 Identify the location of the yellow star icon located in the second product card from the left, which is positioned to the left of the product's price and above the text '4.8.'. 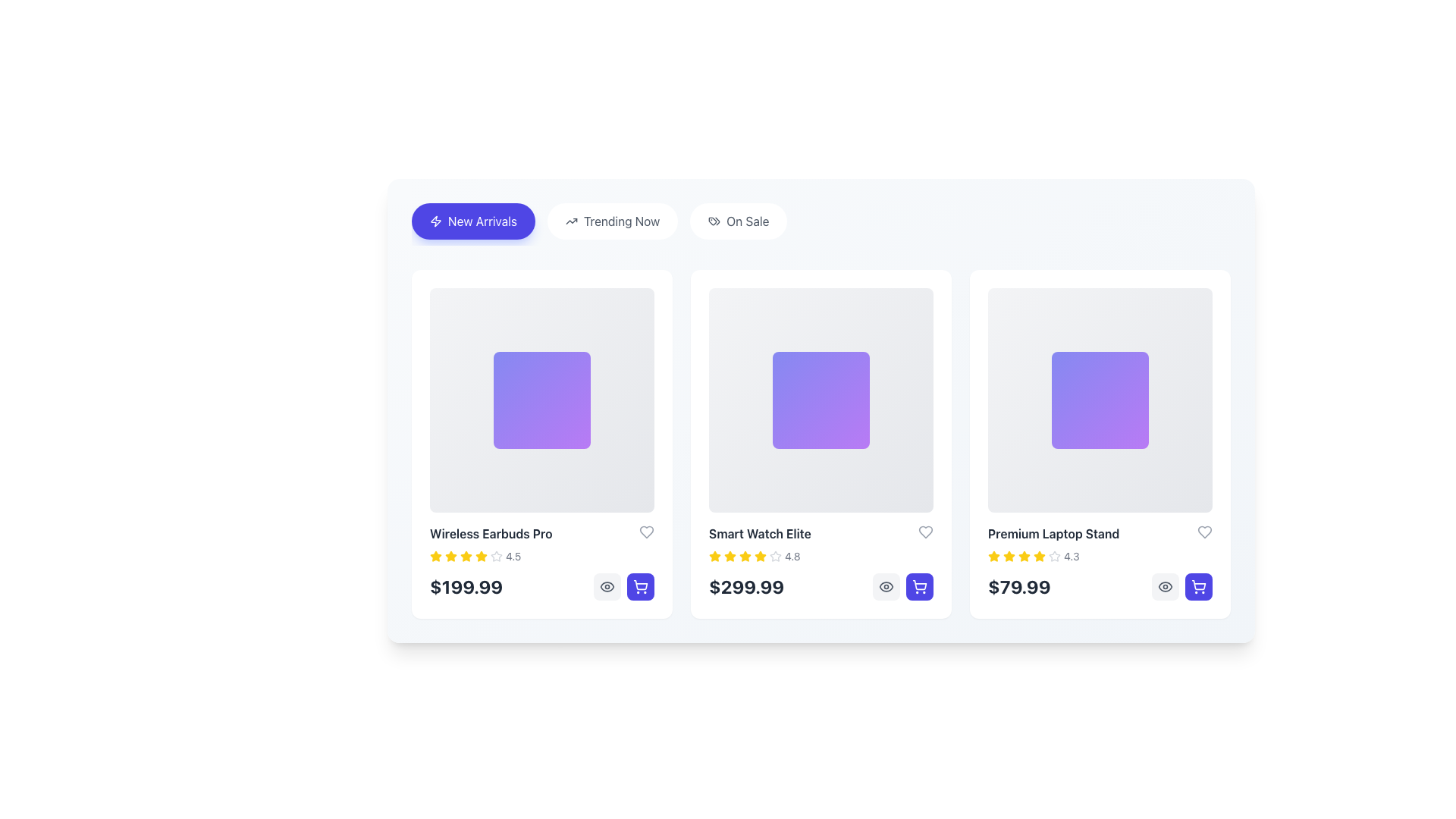
(761, 556).